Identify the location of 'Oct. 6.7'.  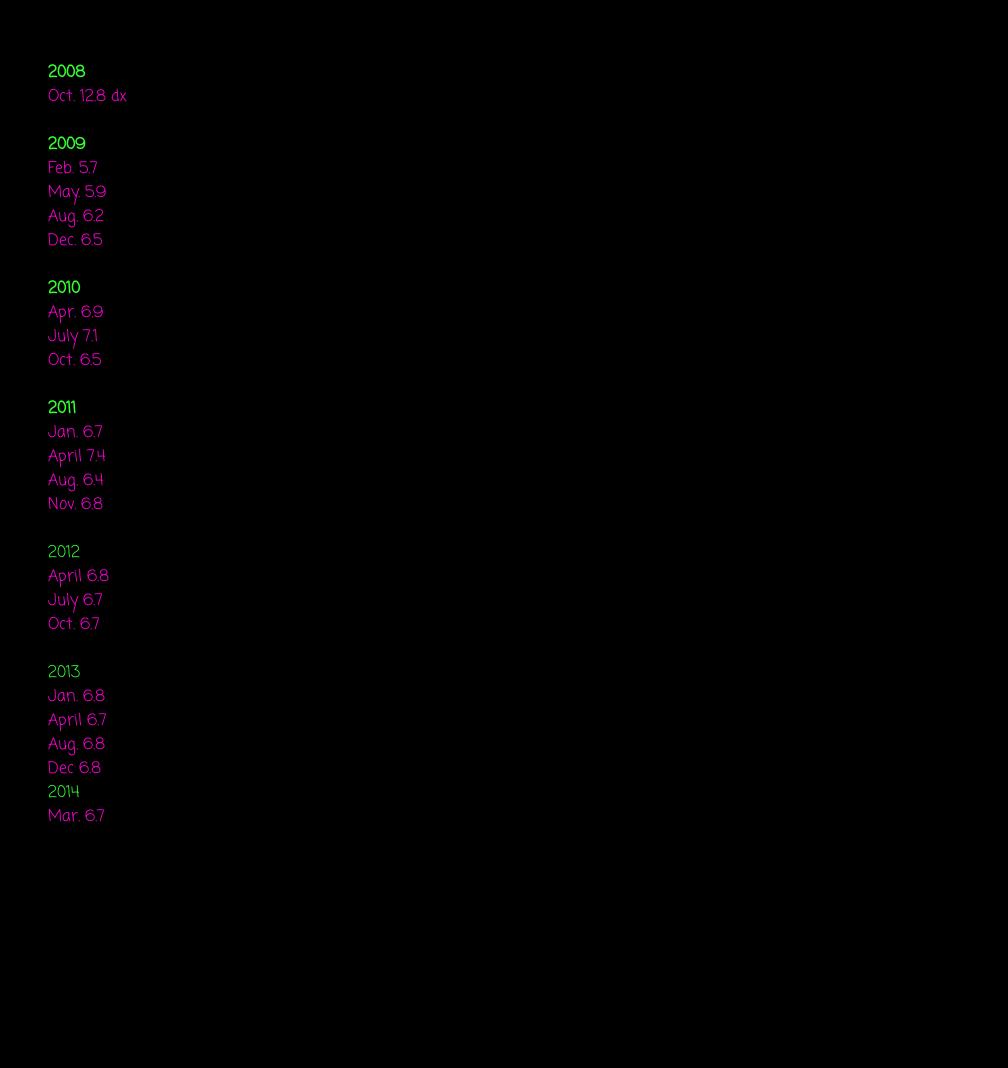
(73, 623).